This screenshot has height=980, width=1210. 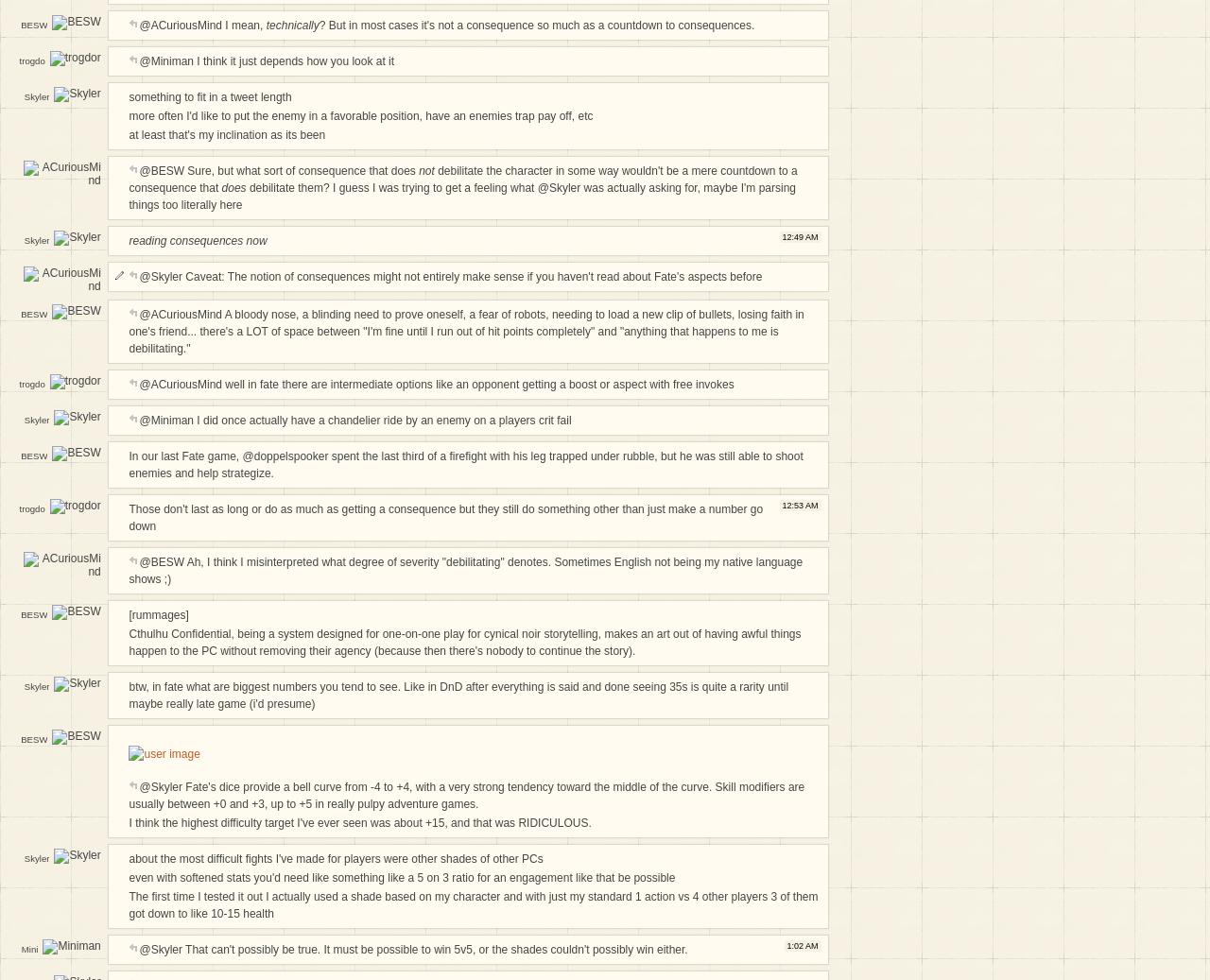 What do you see at coordinates (424, 169) in the screenshot?
I see `'not'` at bounding box center [424, 169].